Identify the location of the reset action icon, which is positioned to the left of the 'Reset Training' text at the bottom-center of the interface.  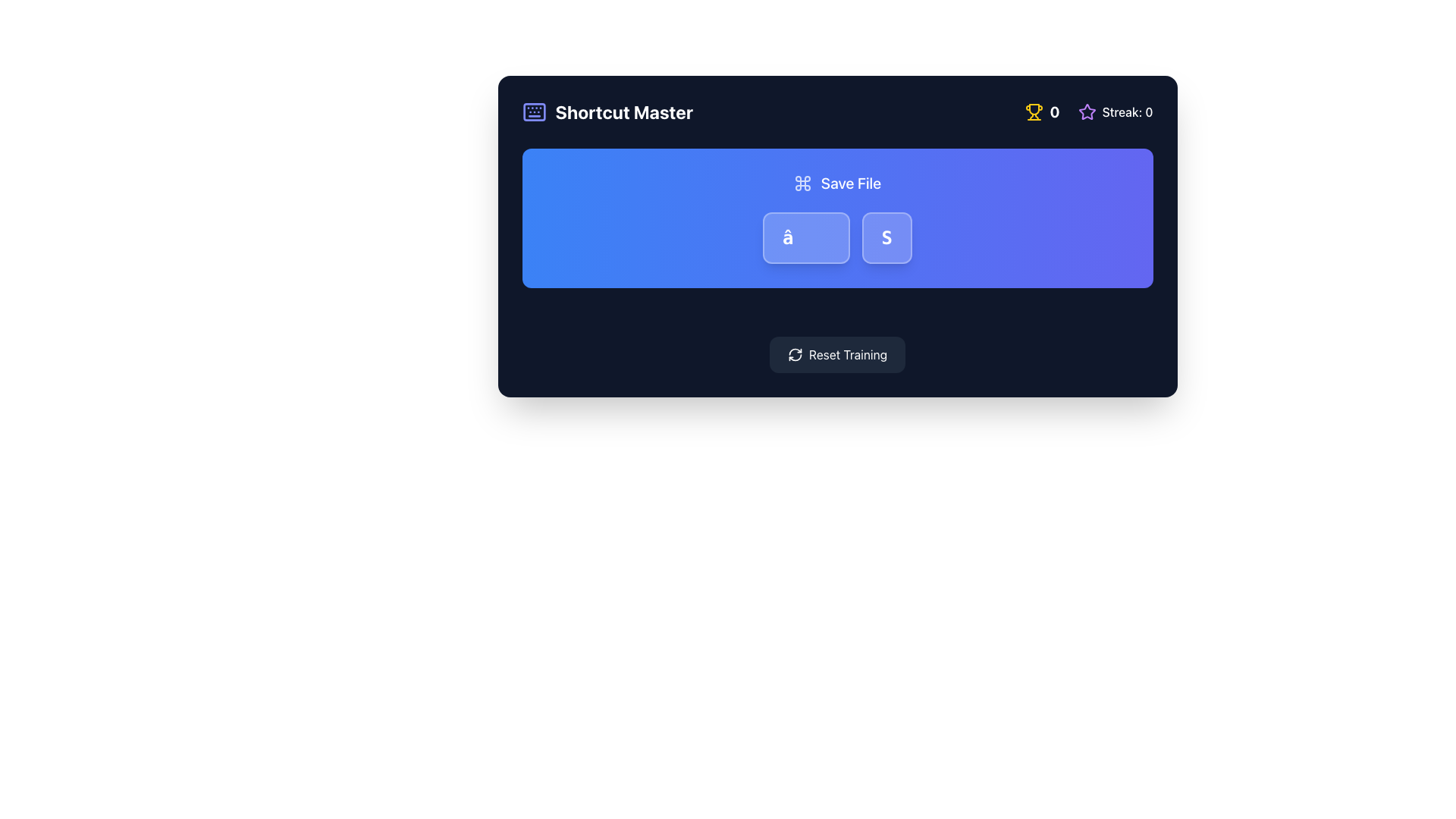
(794, 354).